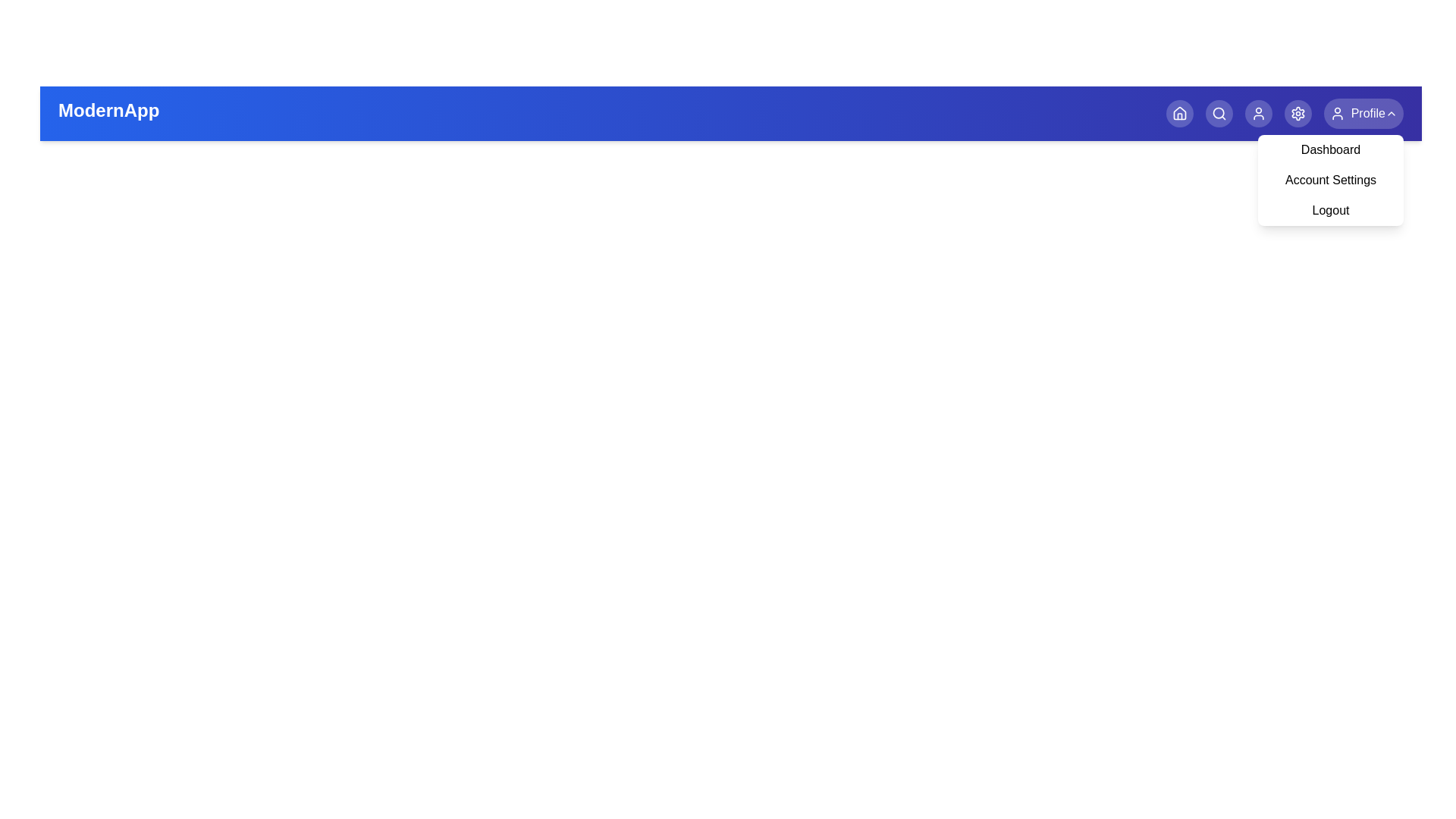 The image size is (1456, 819). Describe the element at coordinates (1363, 113) in the screenshot. I see `the profile menu toggle button to open or close the profile menu` at that location.